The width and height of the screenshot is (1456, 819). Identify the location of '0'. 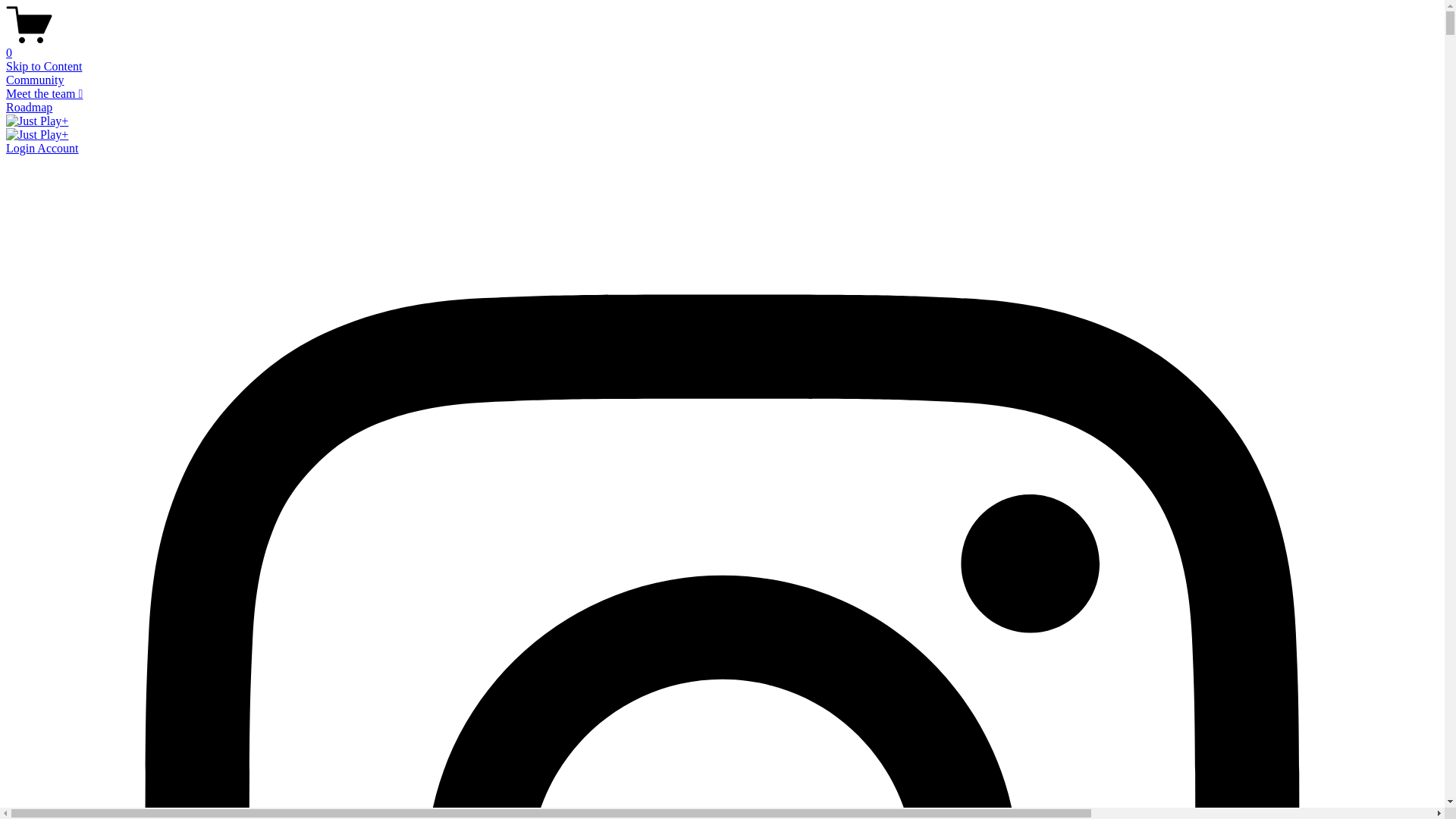
(721, 45).